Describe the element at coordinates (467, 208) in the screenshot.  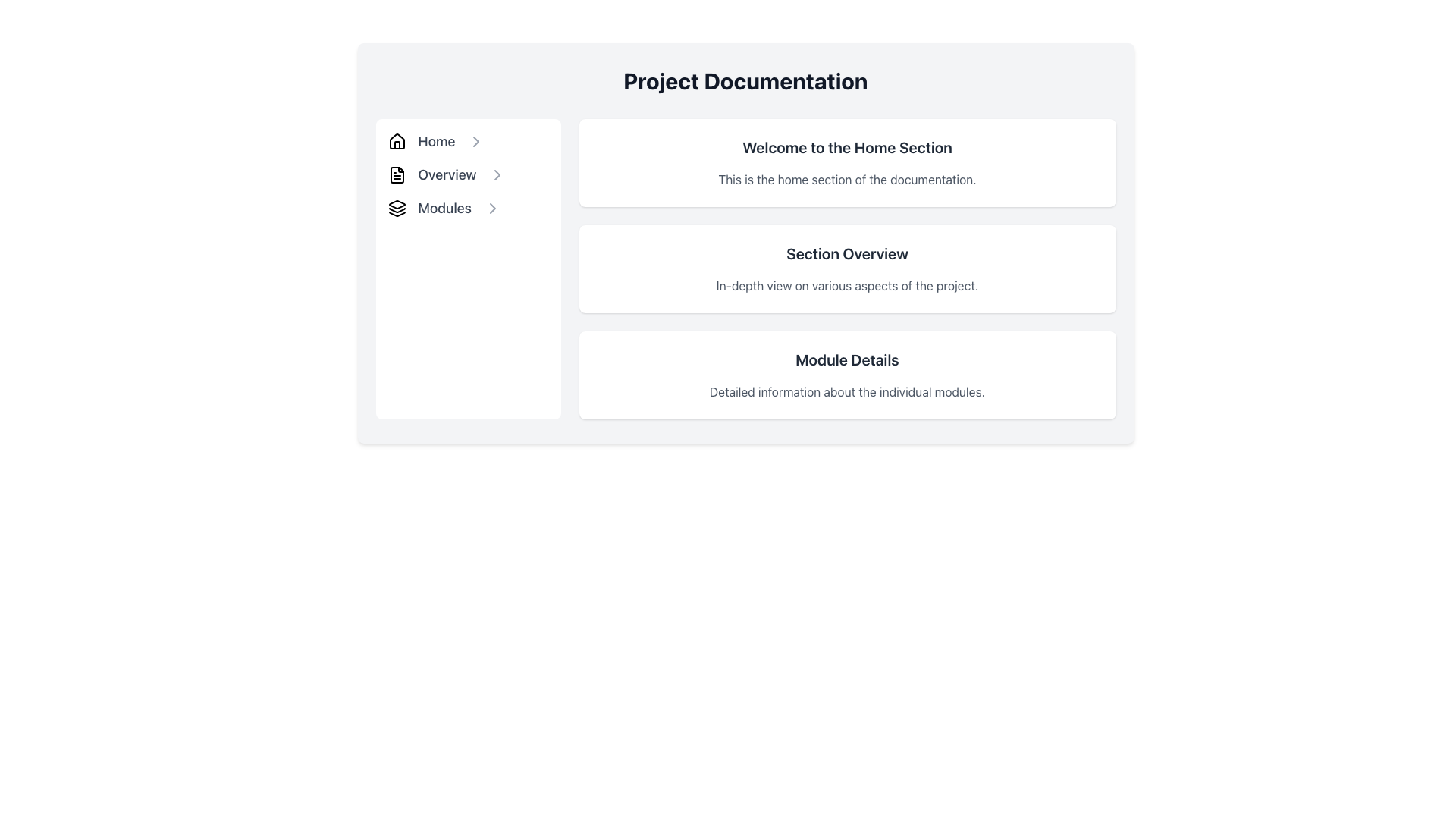
I see `the 'Modules' navigation link, which is the third item in the vertical navigation menu, to trigger the visual styling change` at that location.